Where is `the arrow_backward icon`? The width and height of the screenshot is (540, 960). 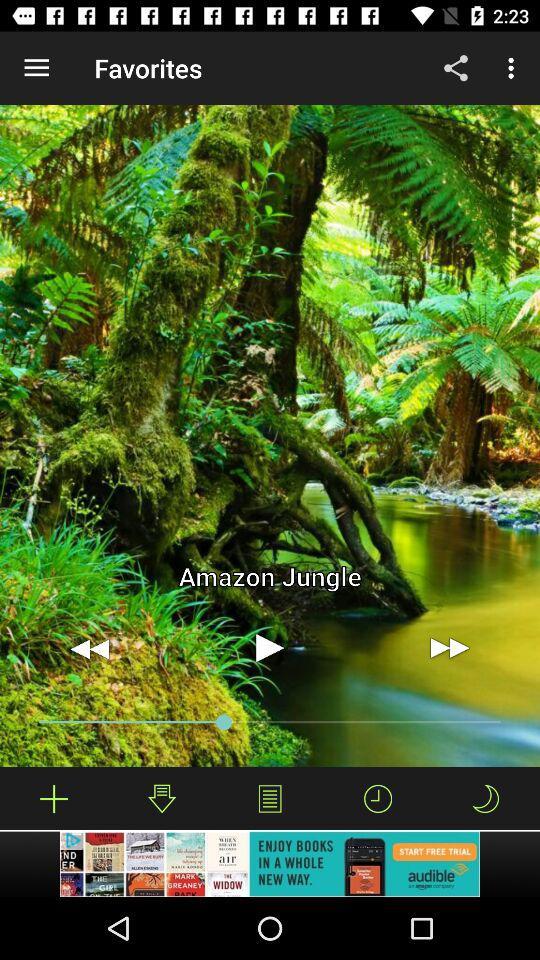 the arrow_backward icon is located at coordinates (89, 647).